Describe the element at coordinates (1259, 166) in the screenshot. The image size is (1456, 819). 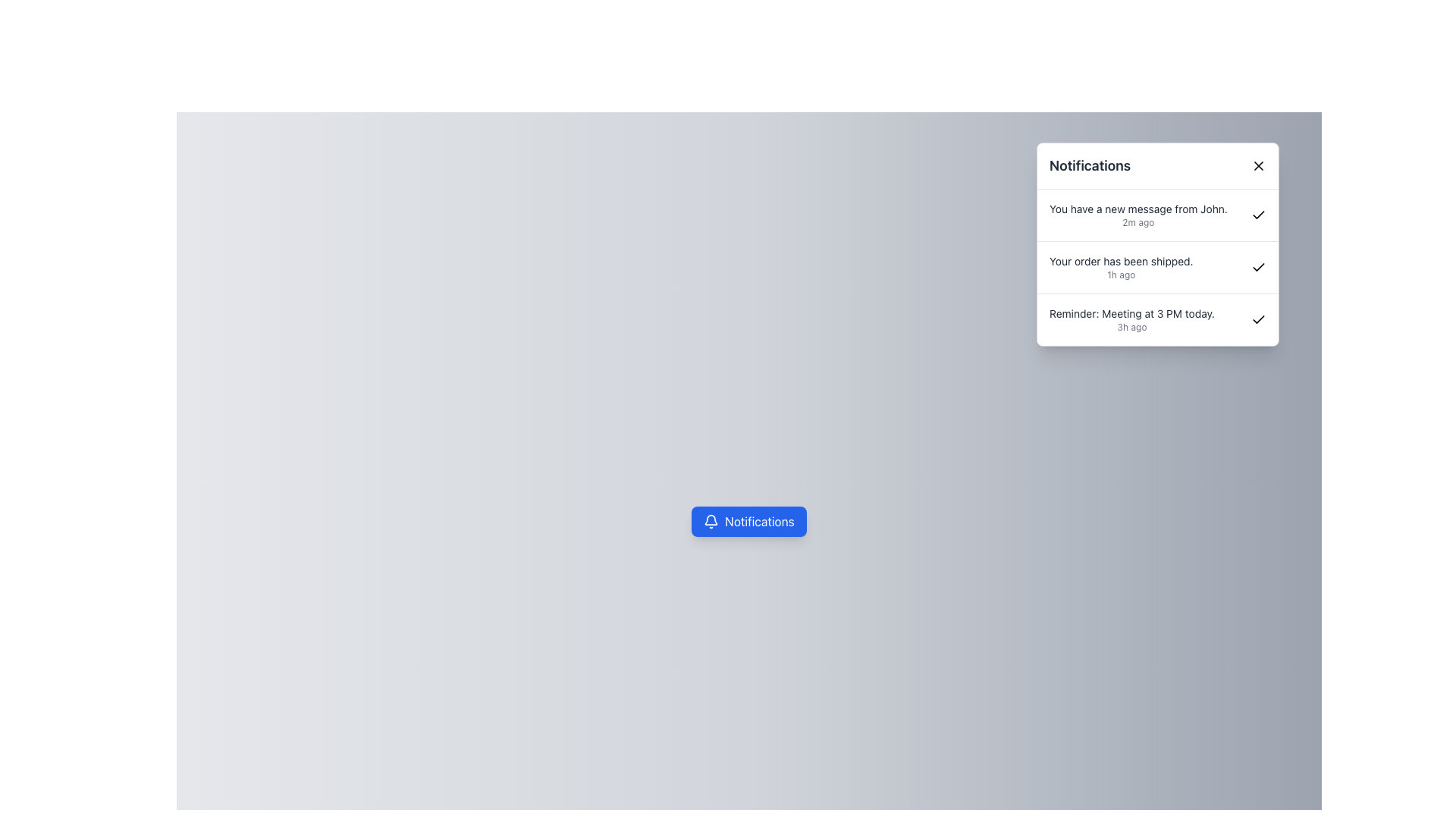
I see `the small 'X' icon button located in the top-right corner of the notification popup header, which is styled with an outline design and positioned to the right of the 'Notifications' title` at that location.